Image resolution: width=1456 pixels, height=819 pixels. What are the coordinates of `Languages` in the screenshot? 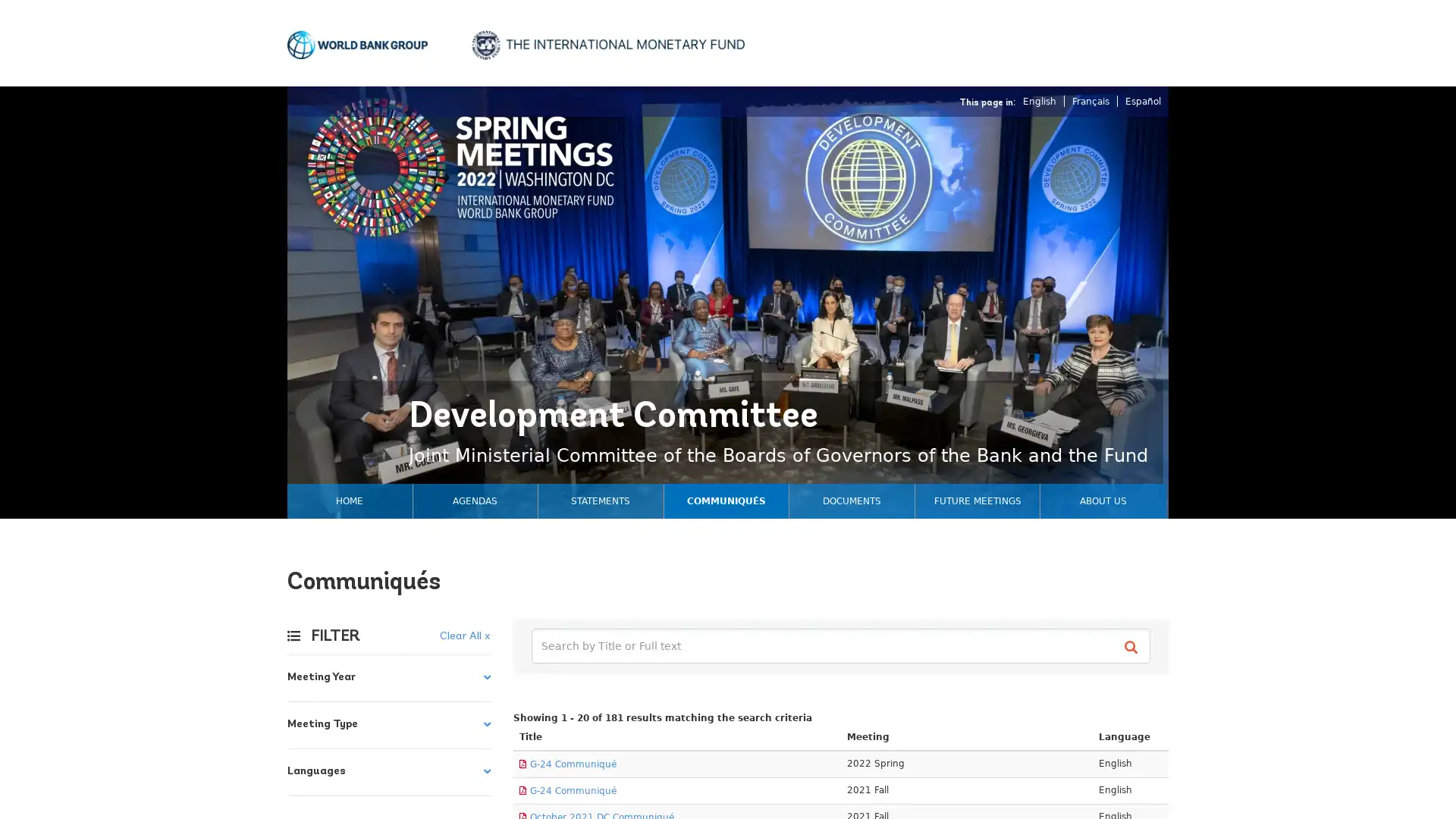 It's located at (389, 772).